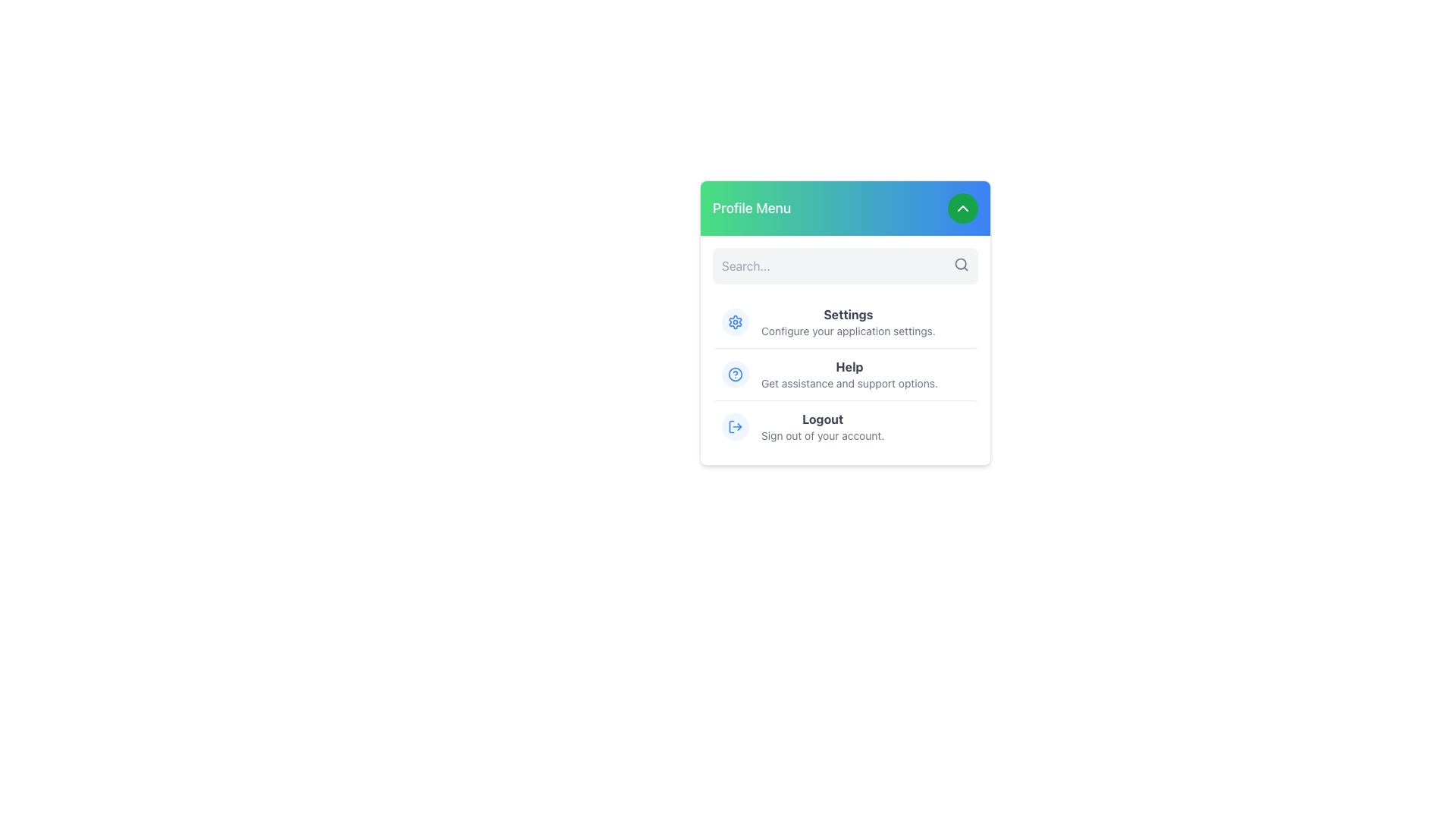 Image resolution: width=1456 pixels, height=819 pixels. I want to click on the 'Logout' text element located in the 'Profile Menu' section of the menu panel, so click(822, 427).